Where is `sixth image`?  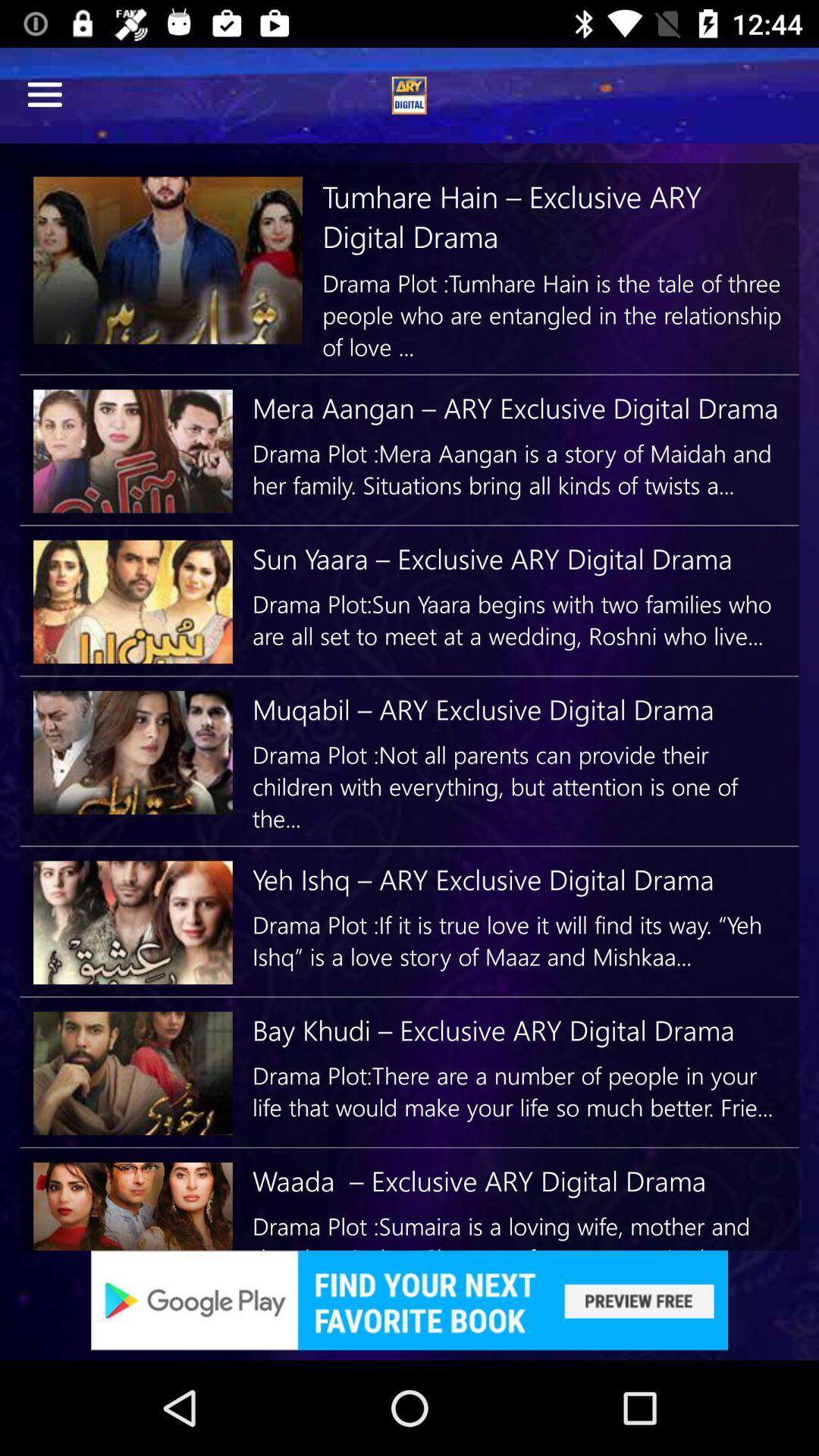
sixth image is located at coordinates (132, 1072).